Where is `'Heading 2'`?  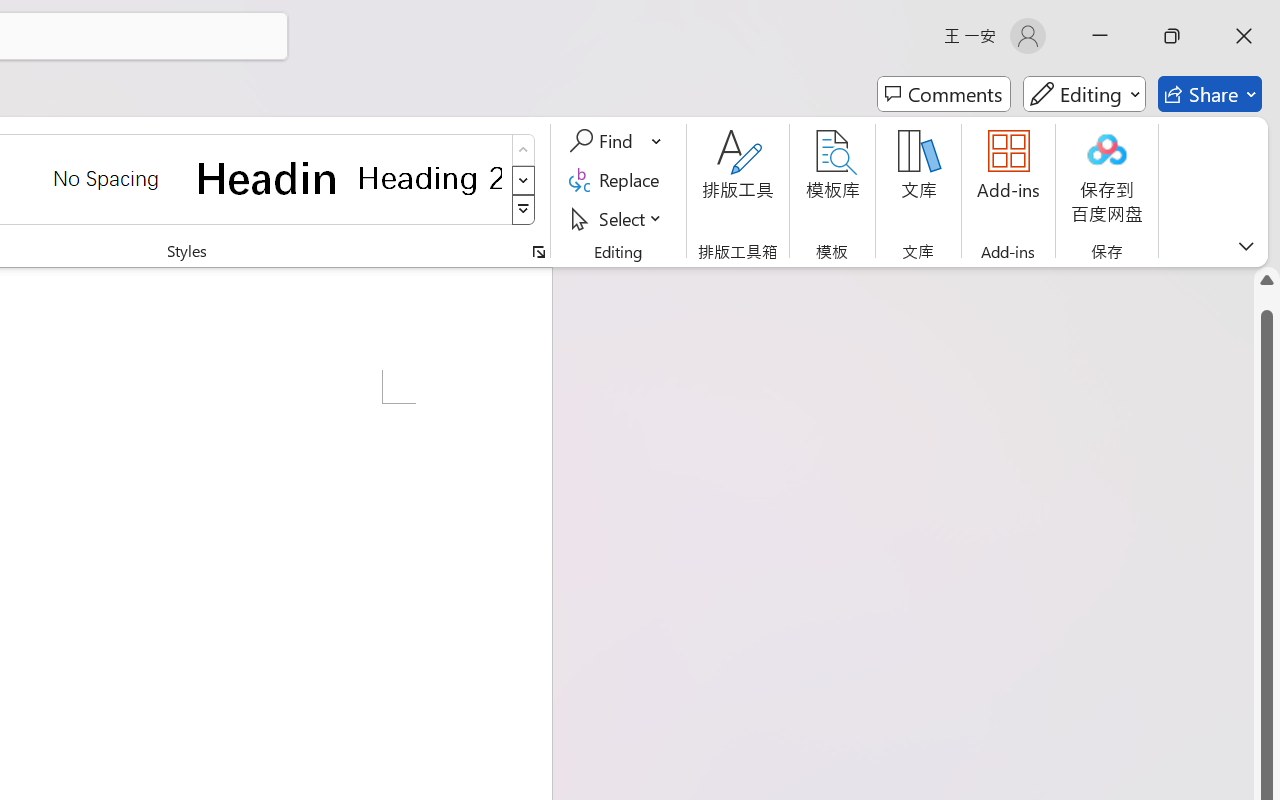
'Heading 2' is located at coordinates (429, 177).